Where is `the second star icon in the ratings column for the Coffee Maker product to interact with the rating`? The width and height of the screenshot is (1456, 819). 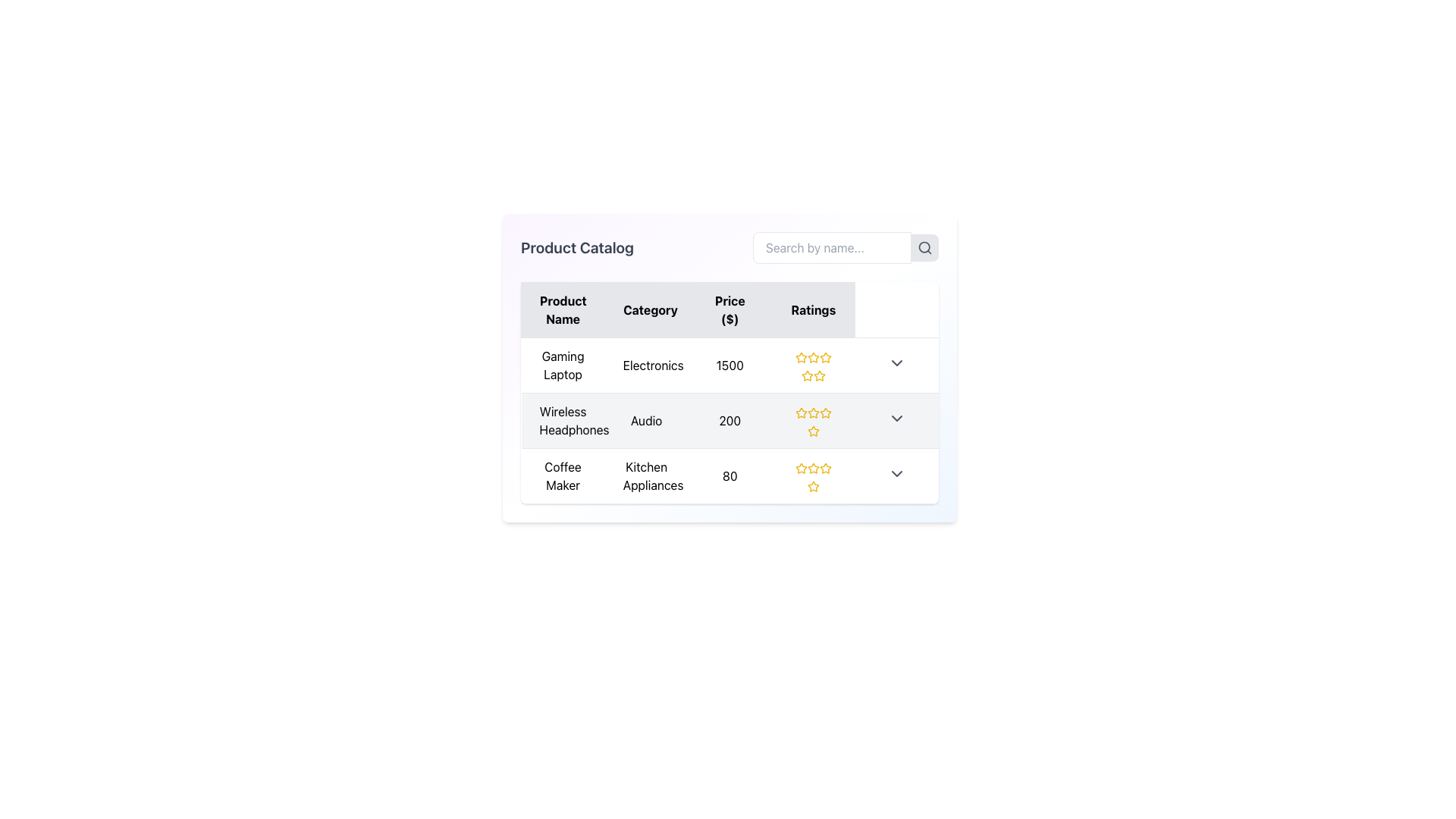
the second star icon in the ratings column for the Coffee Maker product to interact with the rating is located at coordinates (812, 486).